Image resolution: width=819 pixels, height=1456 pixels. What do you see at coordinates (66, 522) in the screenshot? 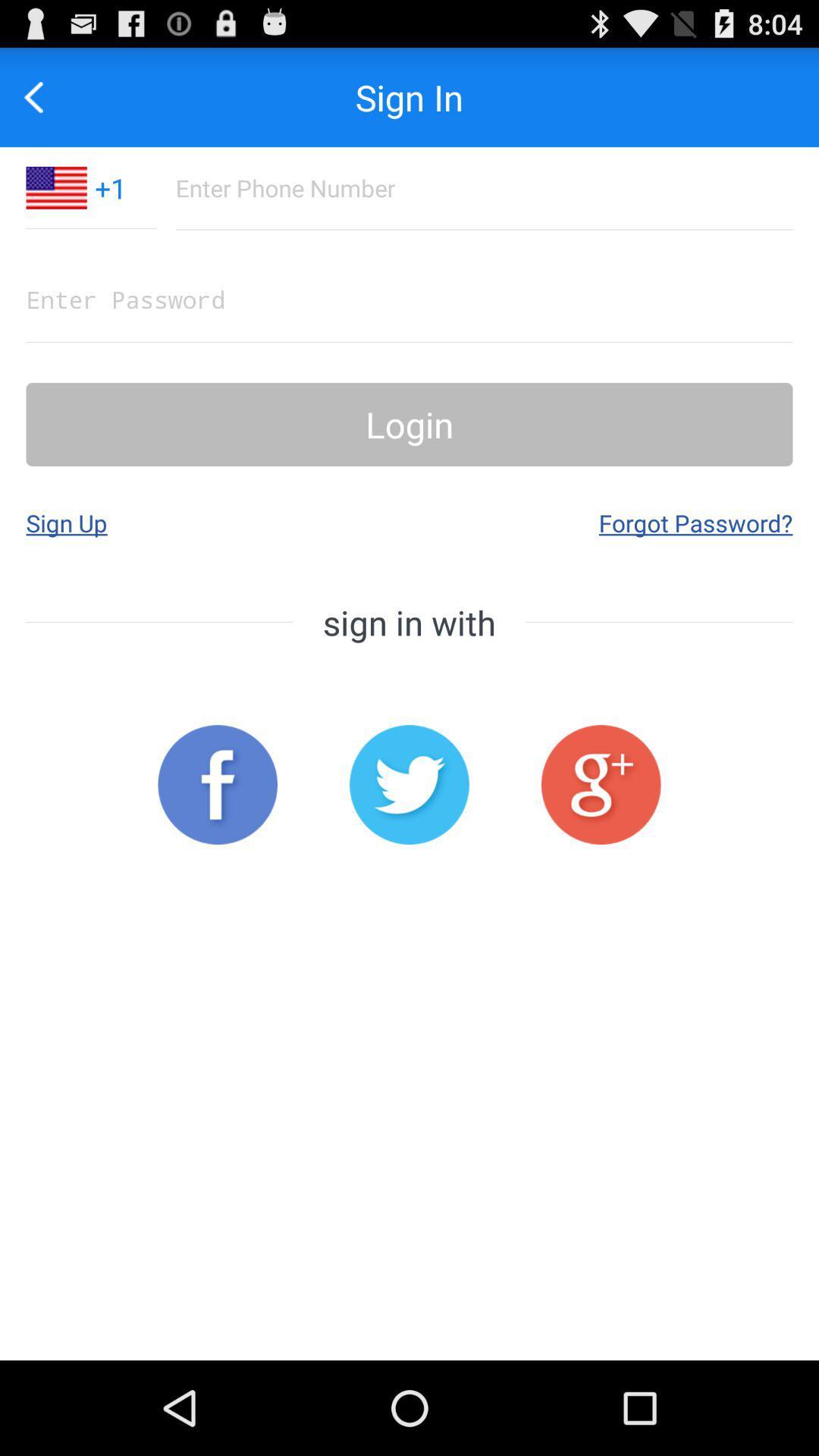
I see `app to the left of forgot password?` at bounding box center [66, 522].